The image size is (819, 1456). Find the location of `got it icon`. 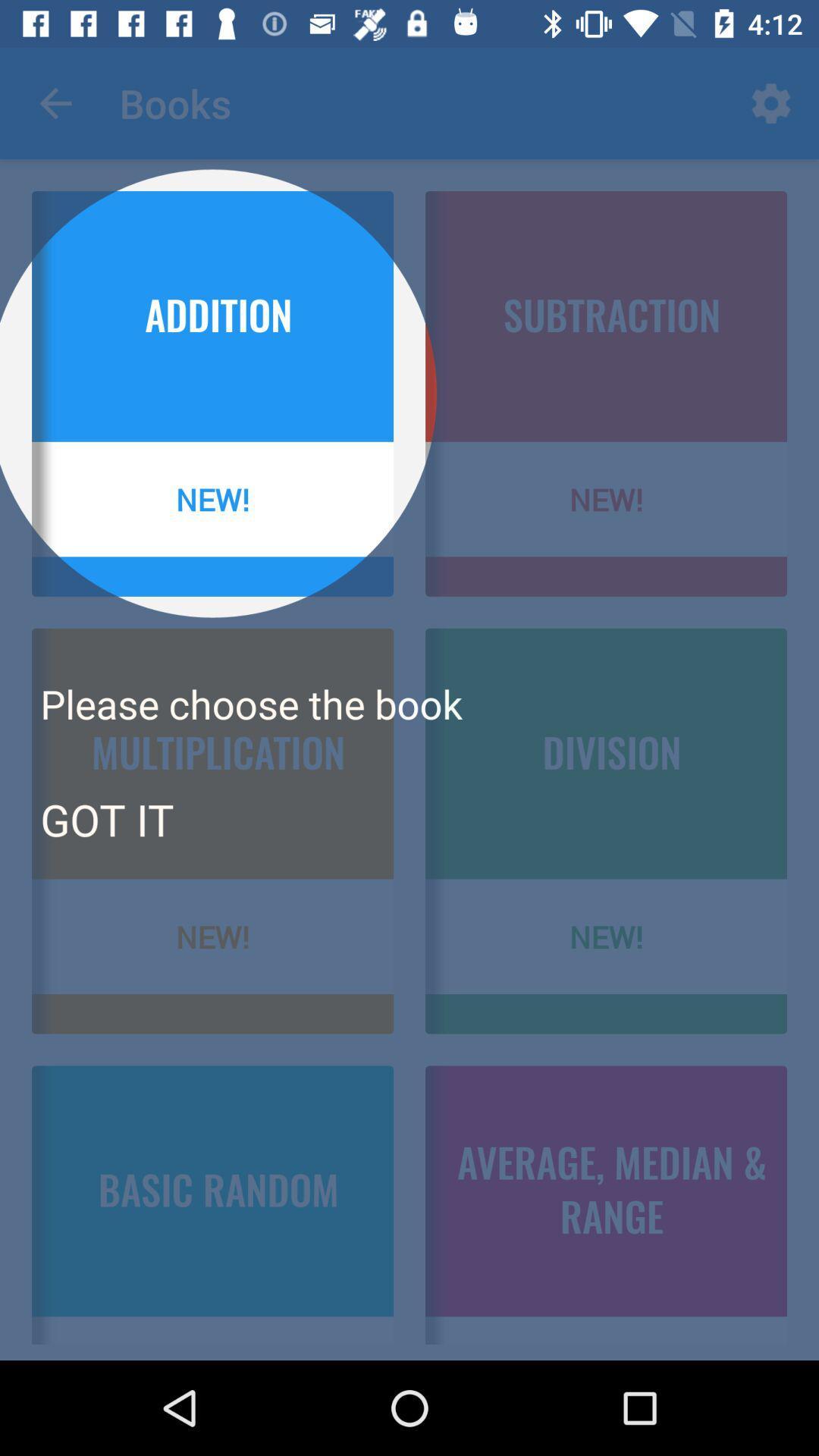

got it icon is located at coordinates (106, 818).